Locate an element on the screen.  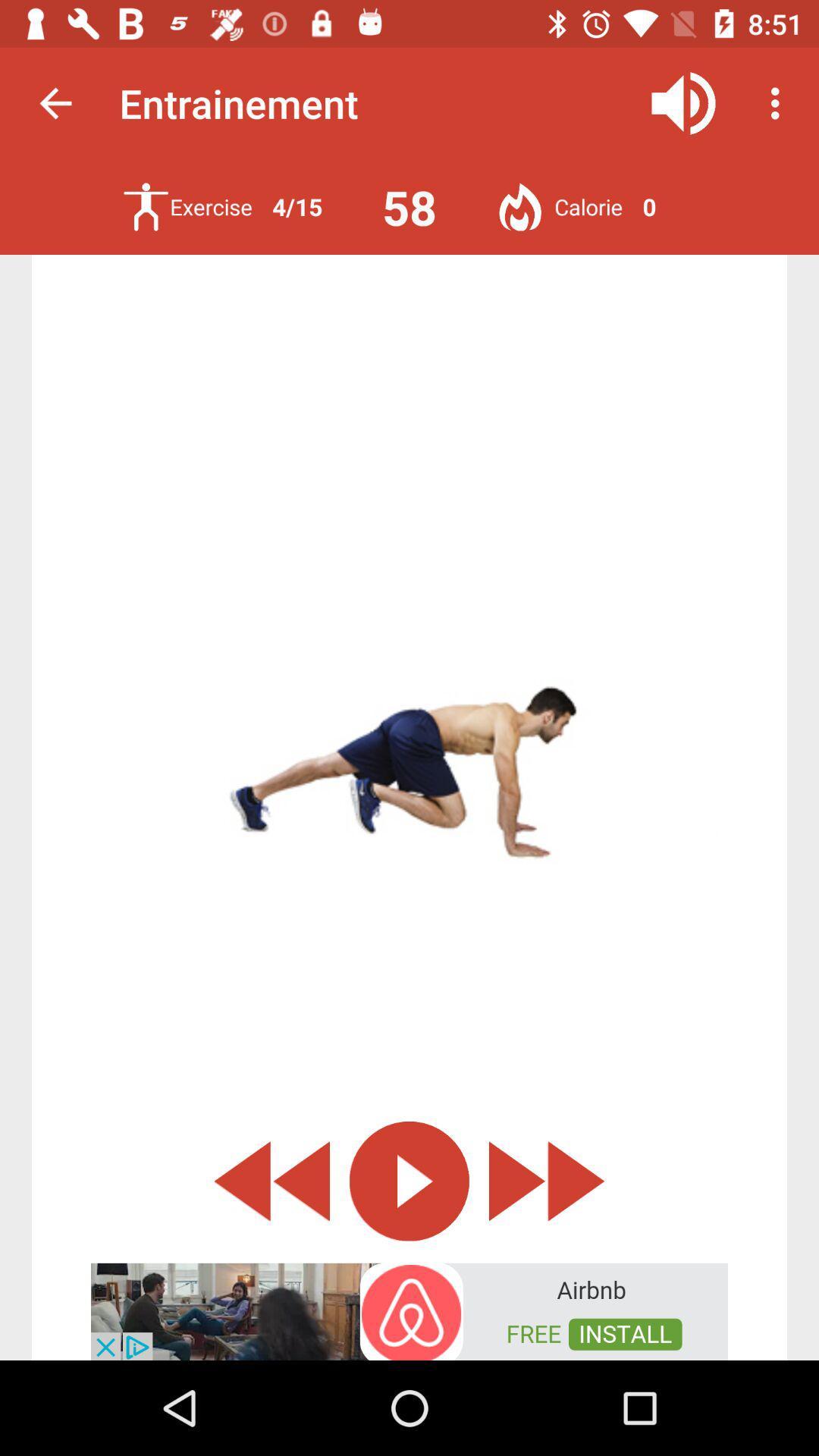
advertising bar is located at coordinates (409, 1310).